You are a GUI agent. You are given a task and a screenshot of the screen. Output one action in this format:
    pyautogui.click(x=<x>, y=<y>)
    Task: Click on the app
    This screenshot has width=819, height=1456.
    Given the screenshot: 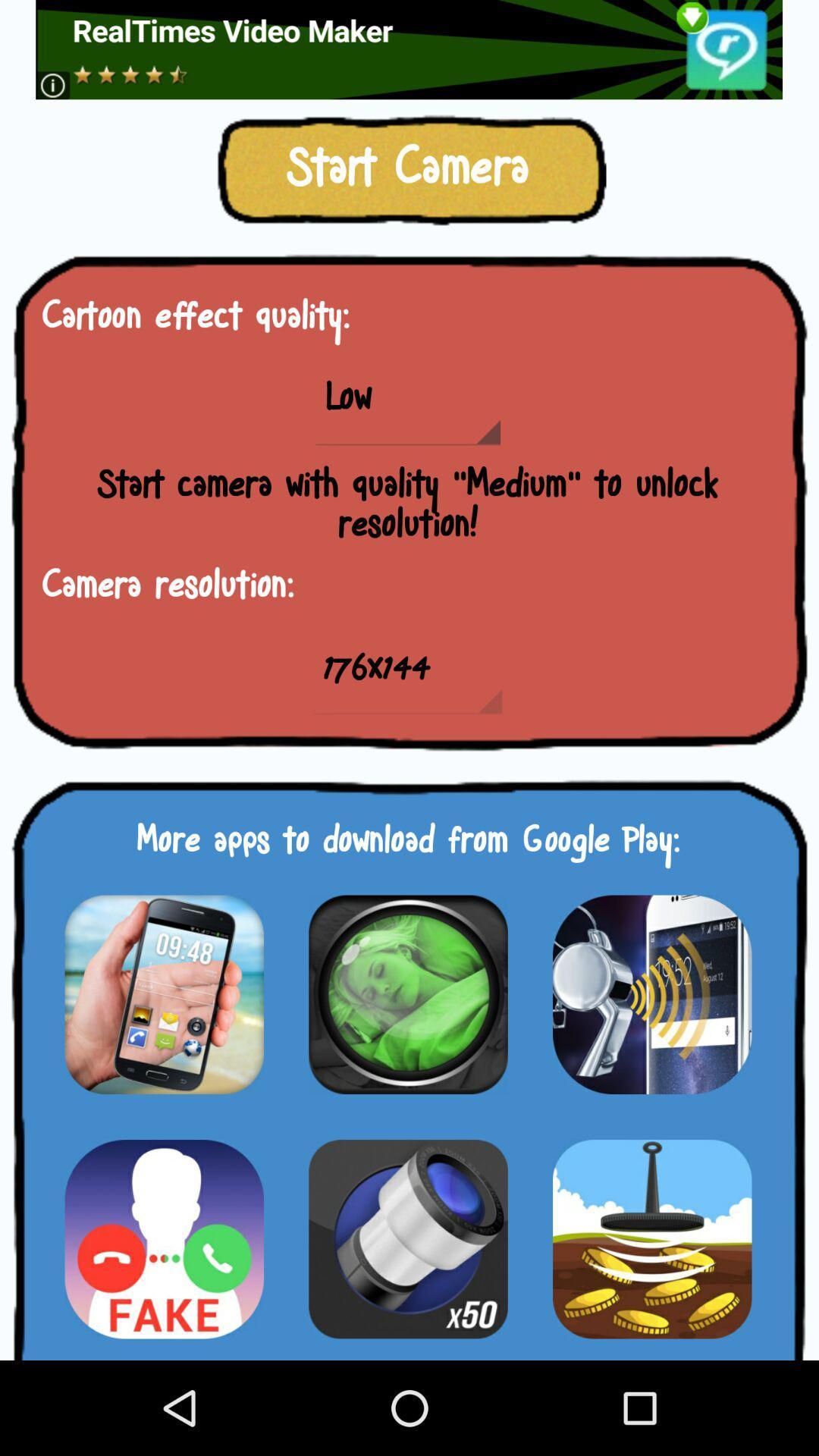 What is the action you would take?
    pyautogui.click(x=164, y=994)
    